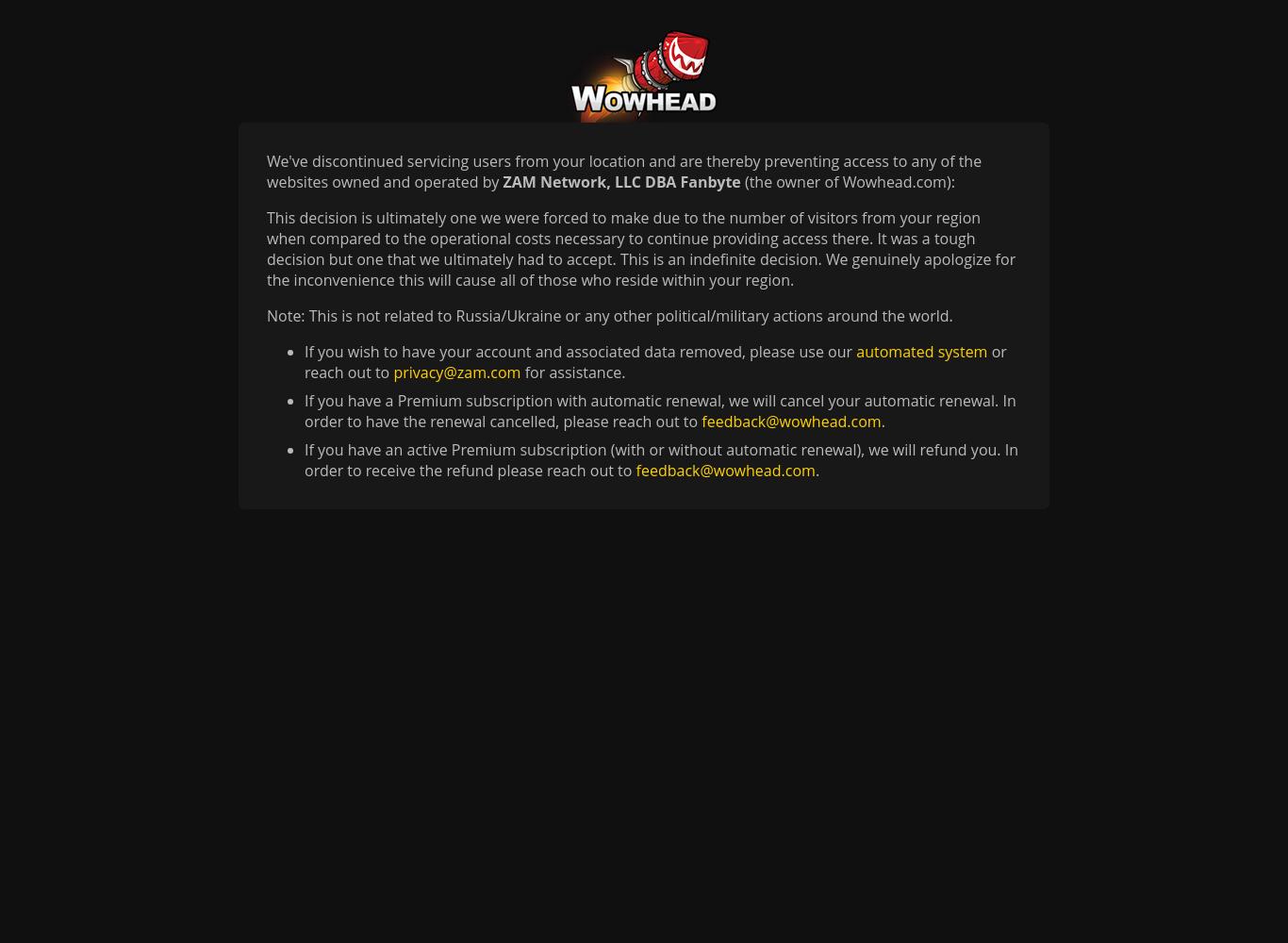 The width and height of the screenshot is (1288, 943). I want to click on 'automated system', so click(854, 351).